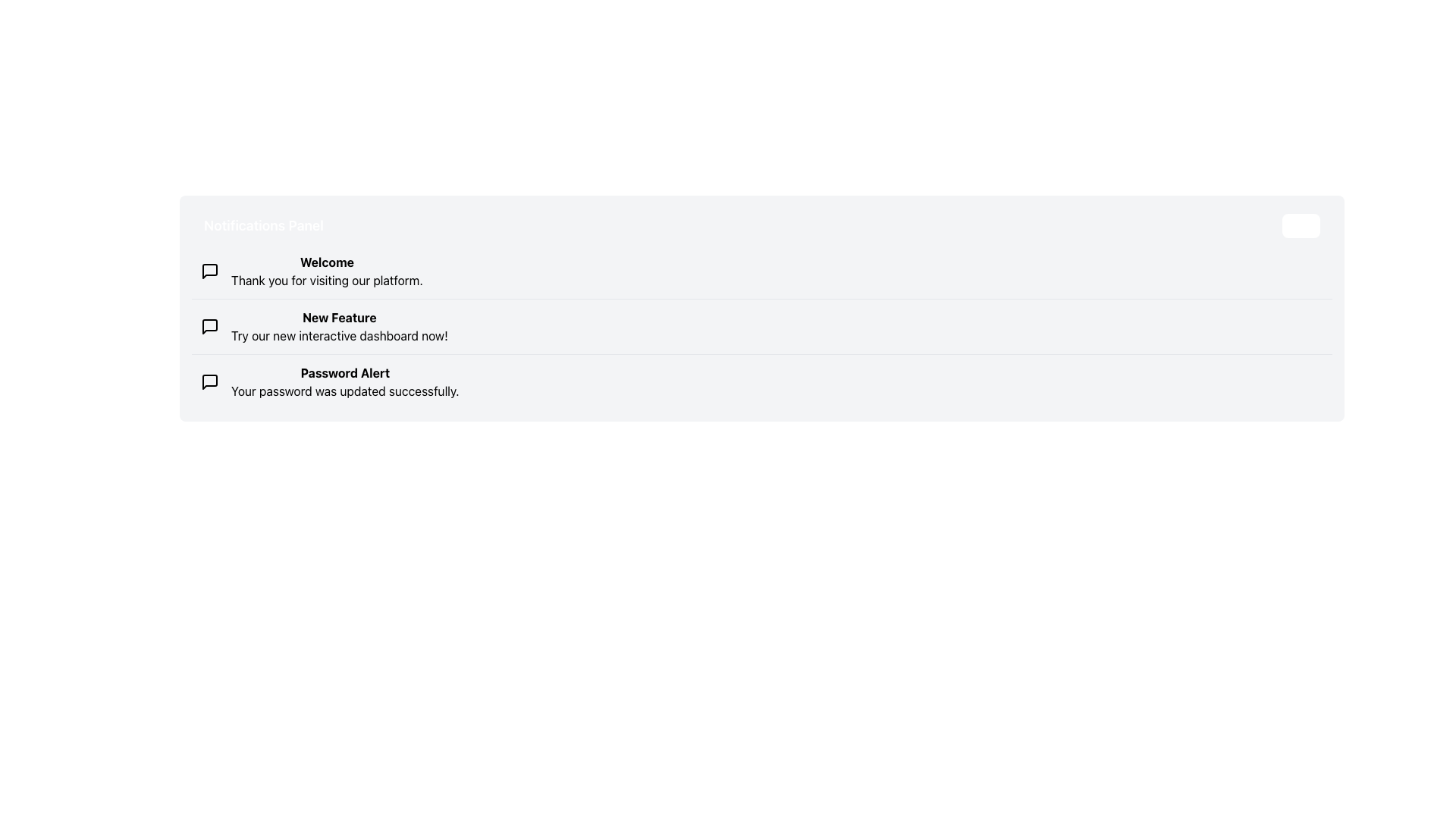  Describe the element at coordinates (338, 317) in the screenshot. I see `the Text element that serves as the bold title for the notification, located on the second row of the notification panel, just above the text 'Try our new interactive dashboard now!' and below the notification titled 'Welcome'` at that location.